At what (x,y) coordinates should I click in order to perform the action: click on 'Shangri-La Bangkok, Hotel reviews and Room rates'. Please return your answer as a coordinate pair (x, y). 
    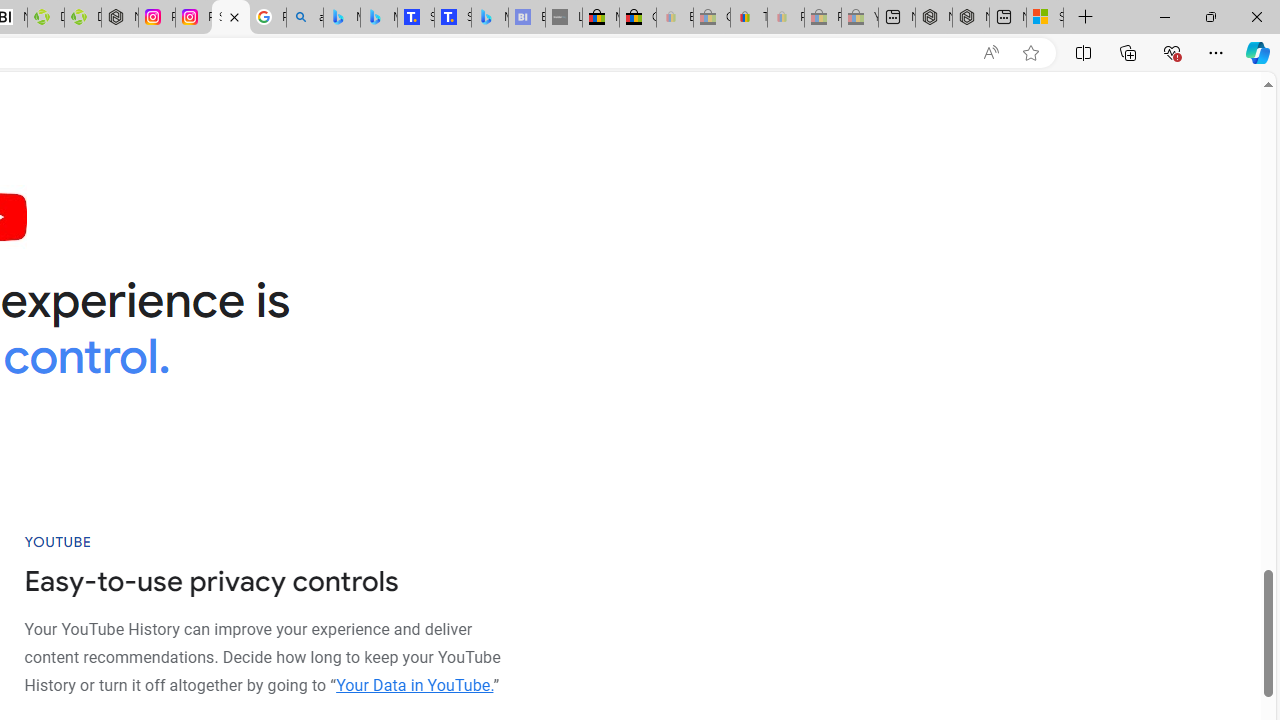
    Looking at the image, I should click on (452, 17).